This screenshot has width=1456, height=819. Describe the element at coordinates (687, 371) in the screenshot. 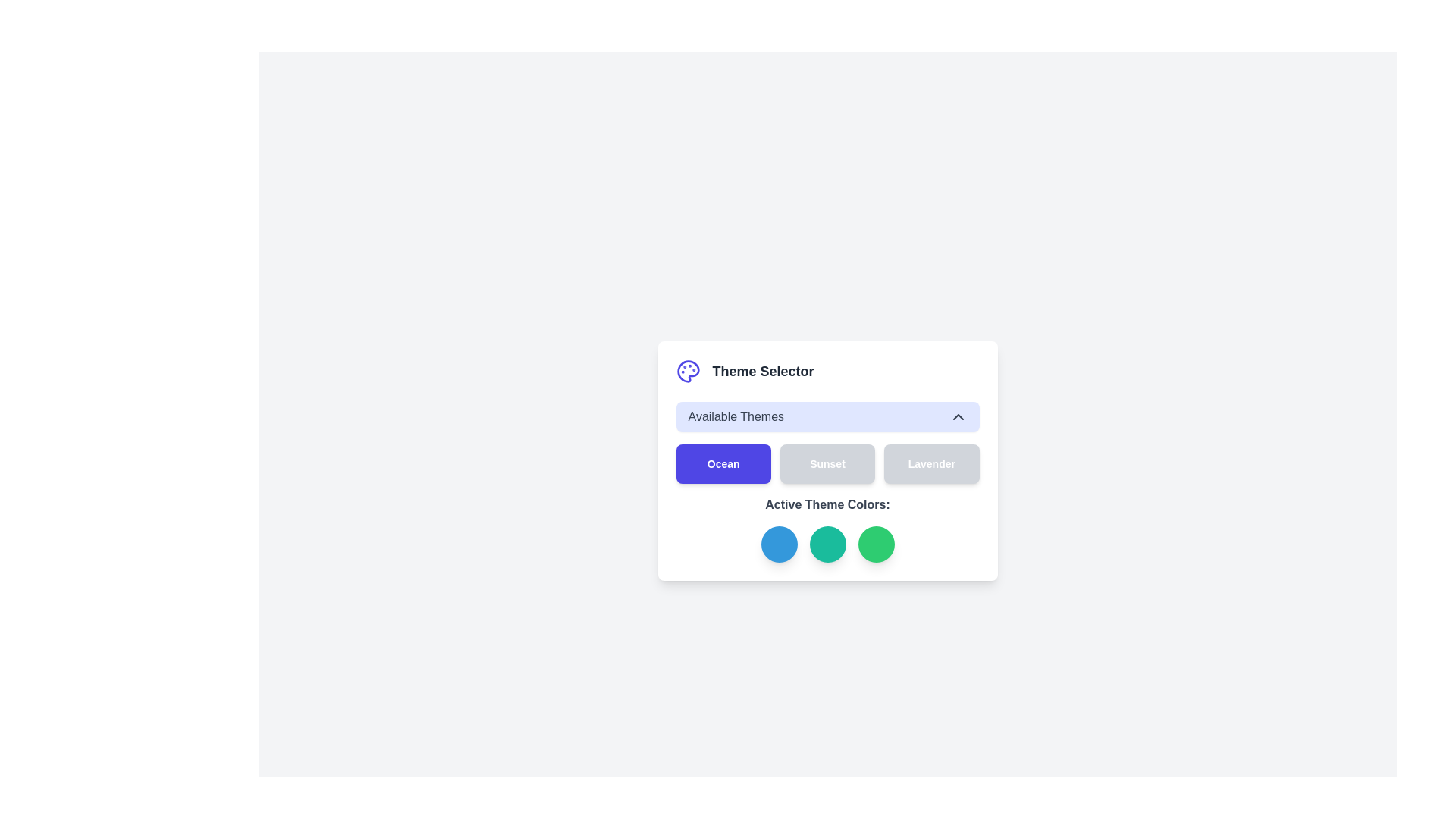

I see `the painter's palette icon, which is styled with a purple hue and located in the top left corner of the card labeled 'Theme Selector'` at that location.